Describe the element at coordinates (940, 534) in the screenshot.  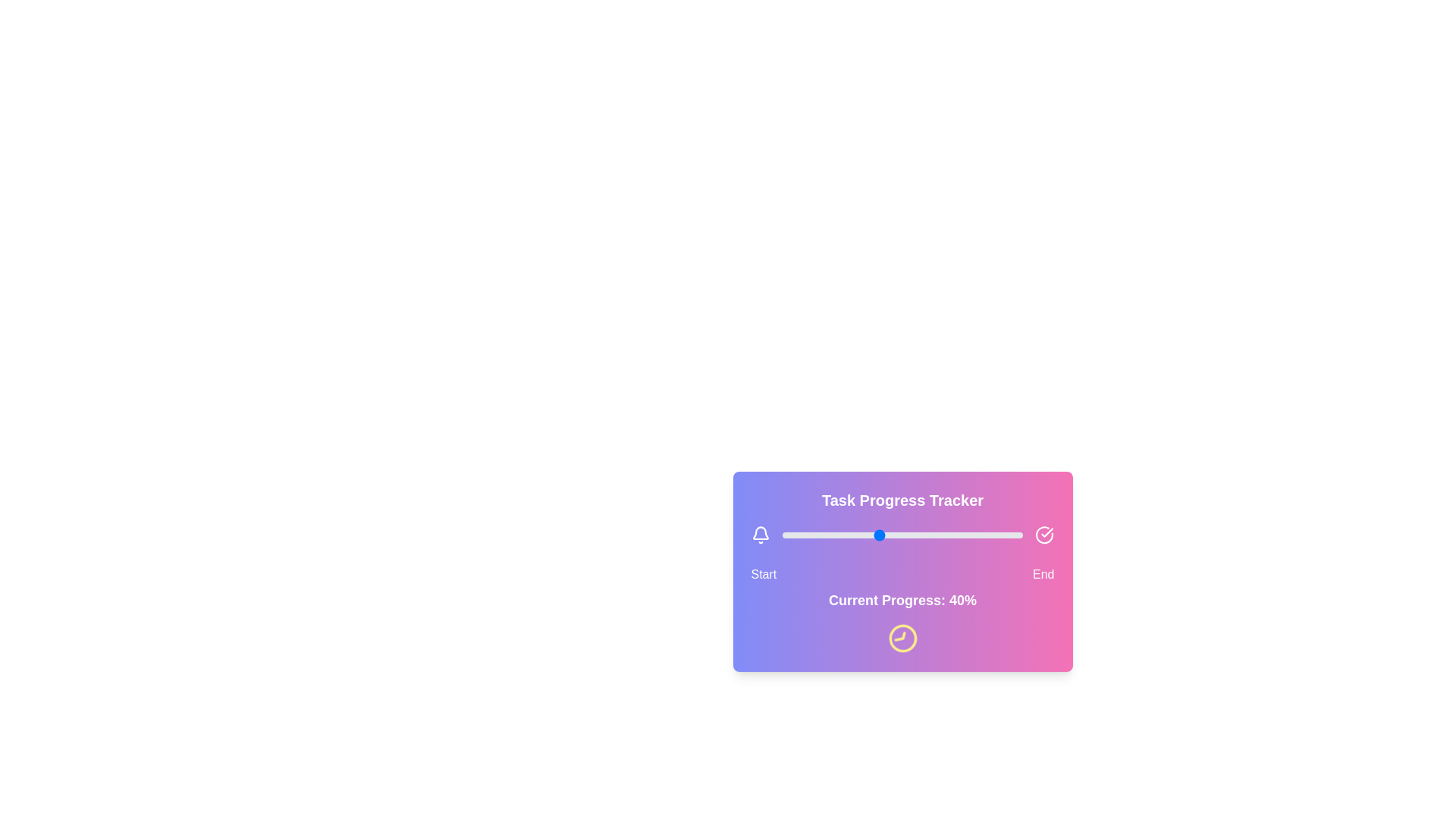
I see `the progress slider to 66%` at that location.